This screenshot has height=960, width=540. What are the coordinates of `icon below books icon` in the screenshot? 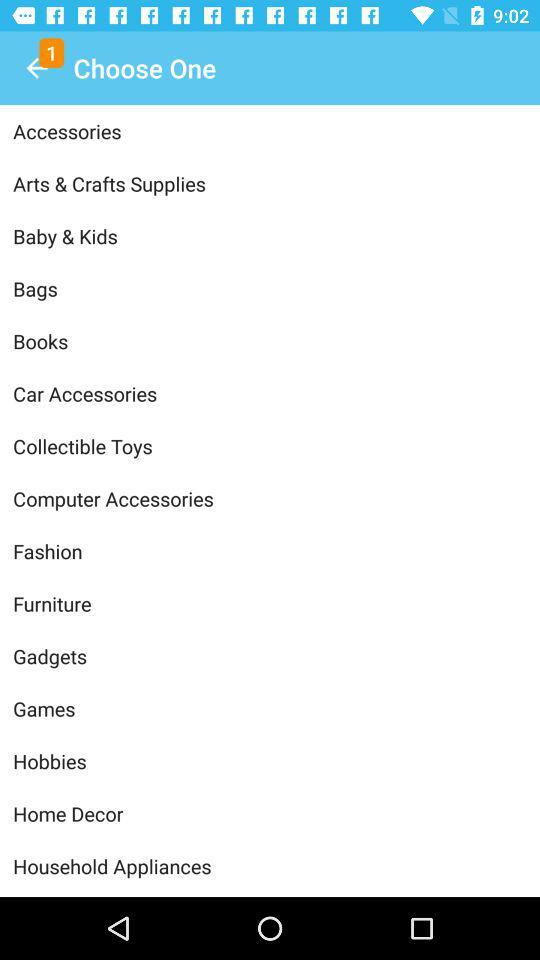 It's located at (270, 392).